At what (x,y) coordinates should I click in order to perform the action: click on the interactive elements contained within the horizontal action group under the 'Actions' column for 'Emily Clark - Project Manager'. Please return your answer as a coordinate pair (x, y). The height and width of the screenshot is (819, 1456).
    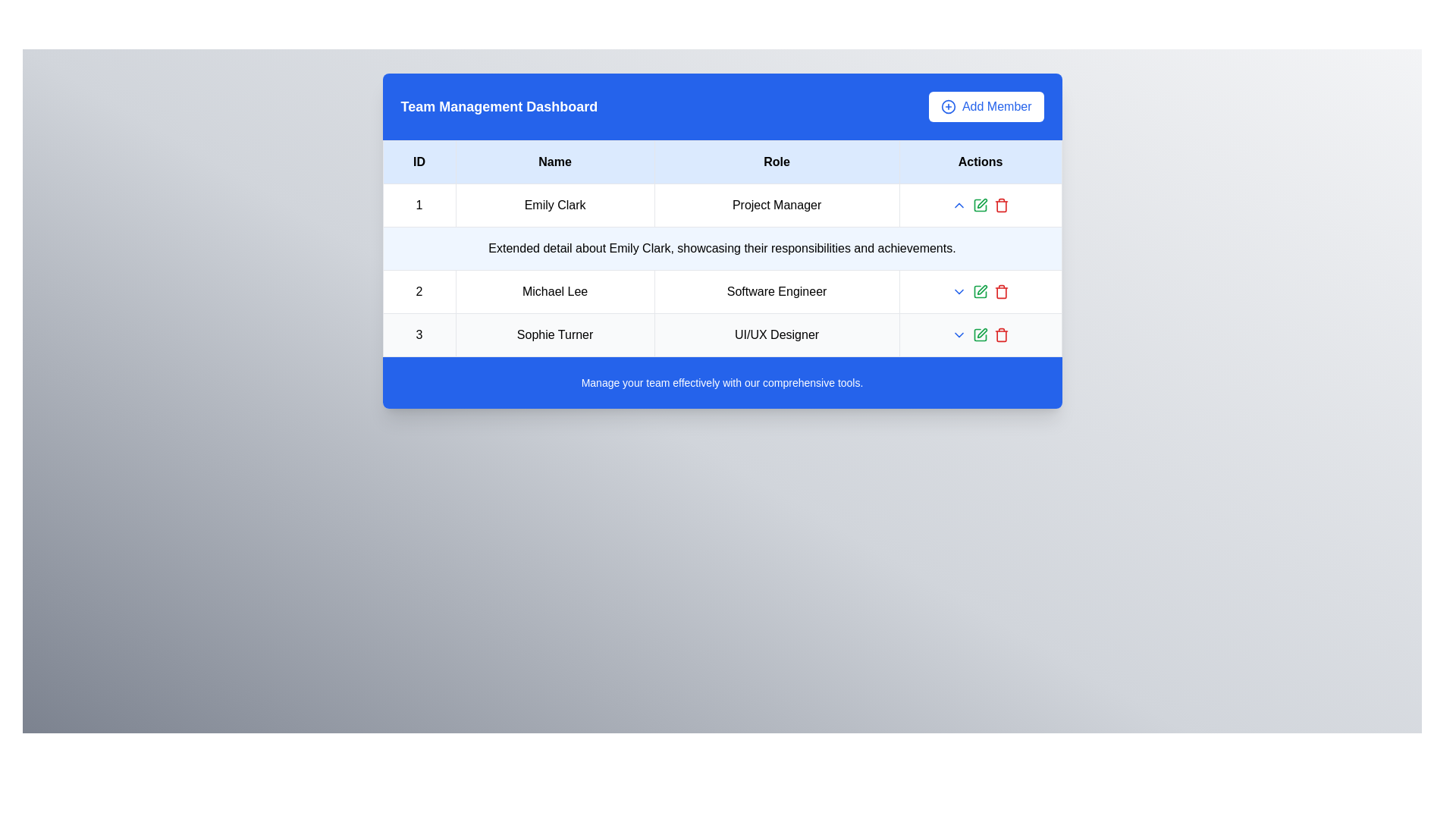
    Looking at the image, I should click on (981, 205).